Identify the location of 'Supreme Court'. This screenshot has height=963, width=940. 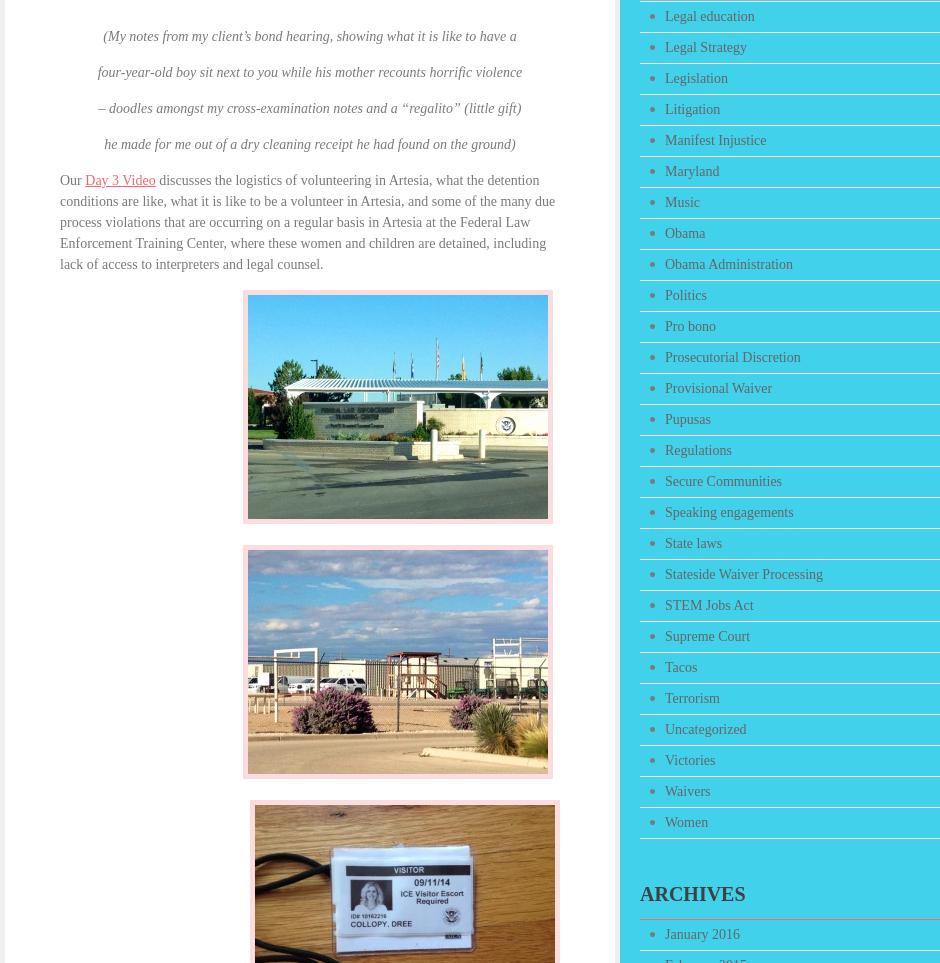
(707, 635).